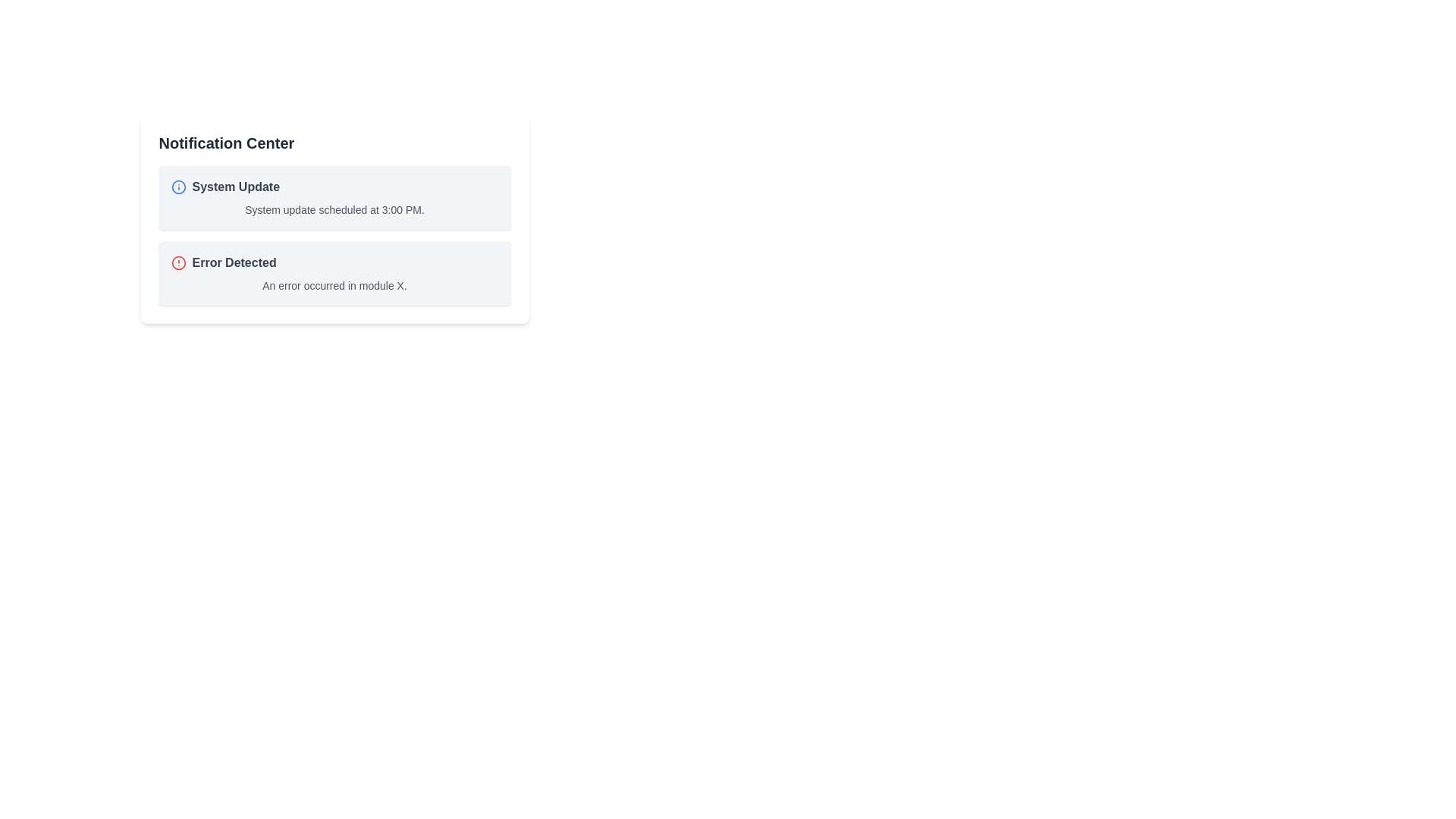 Image resolution: width=1456 pixels, height=819 pixels. What do you see at coordinates (178, 186) in the screenshot?
I see `the circular blue icon with a bold outline that has a central dot and a vertical line beneath it, located to the left of the text 'System Update'` at bounding box center [178, 186].